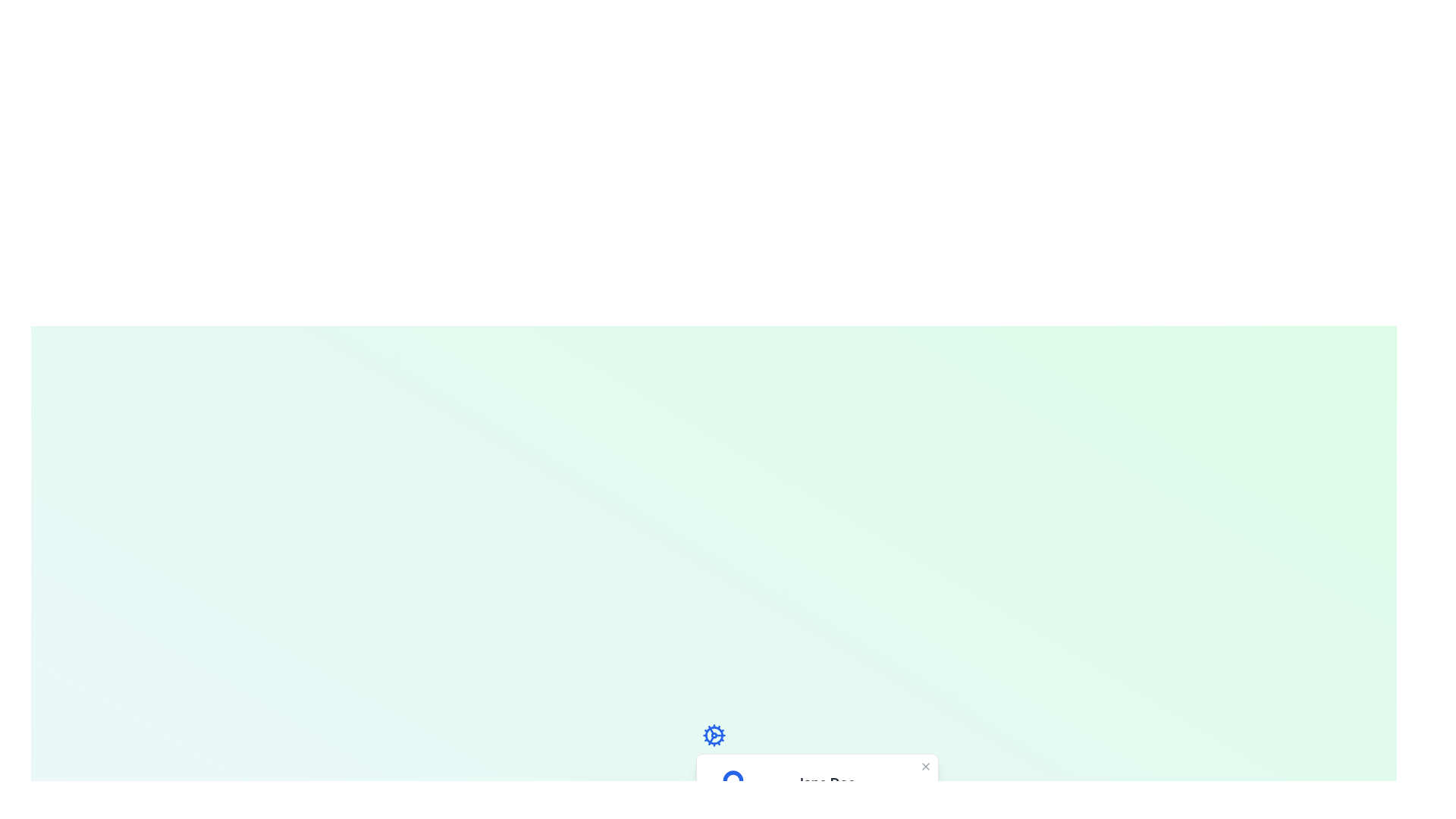  Describe the element at coordinates (713, 734) in the screenshot. I see `the blue cogwheel icon representing settings` at that location.